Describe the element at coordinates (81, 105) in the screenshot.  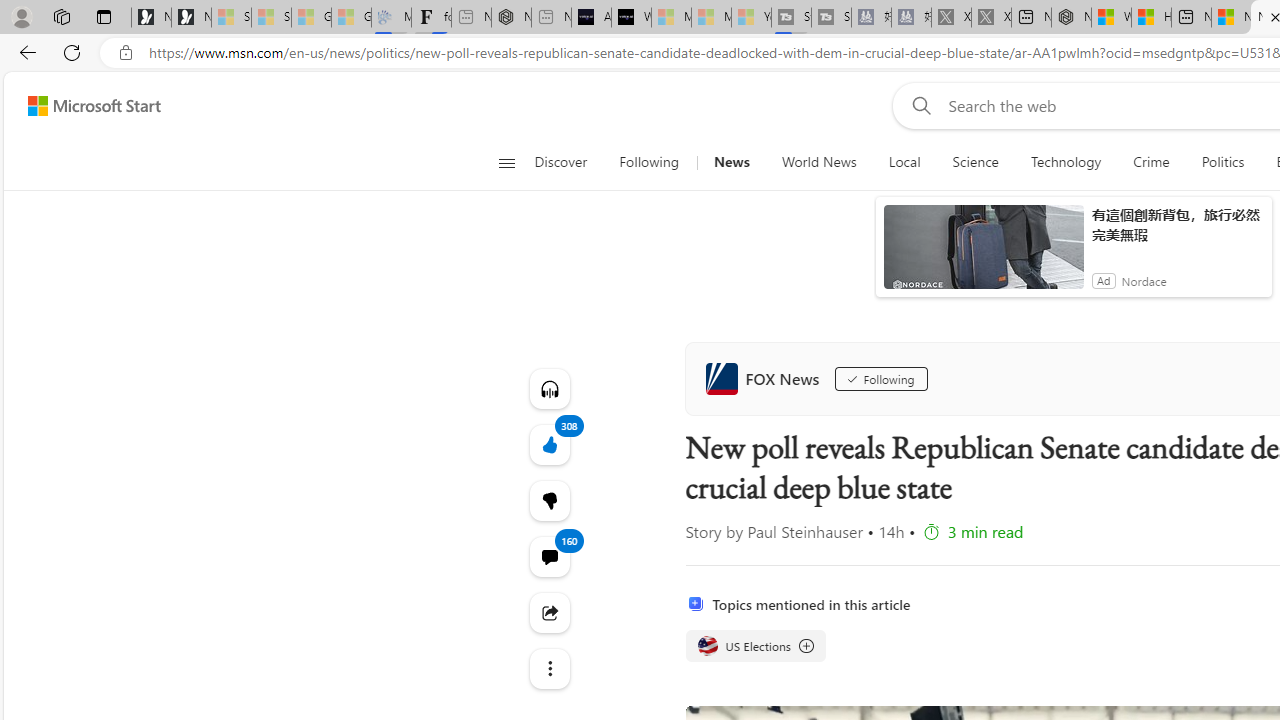
I see `'Skip to footer'` at that location.